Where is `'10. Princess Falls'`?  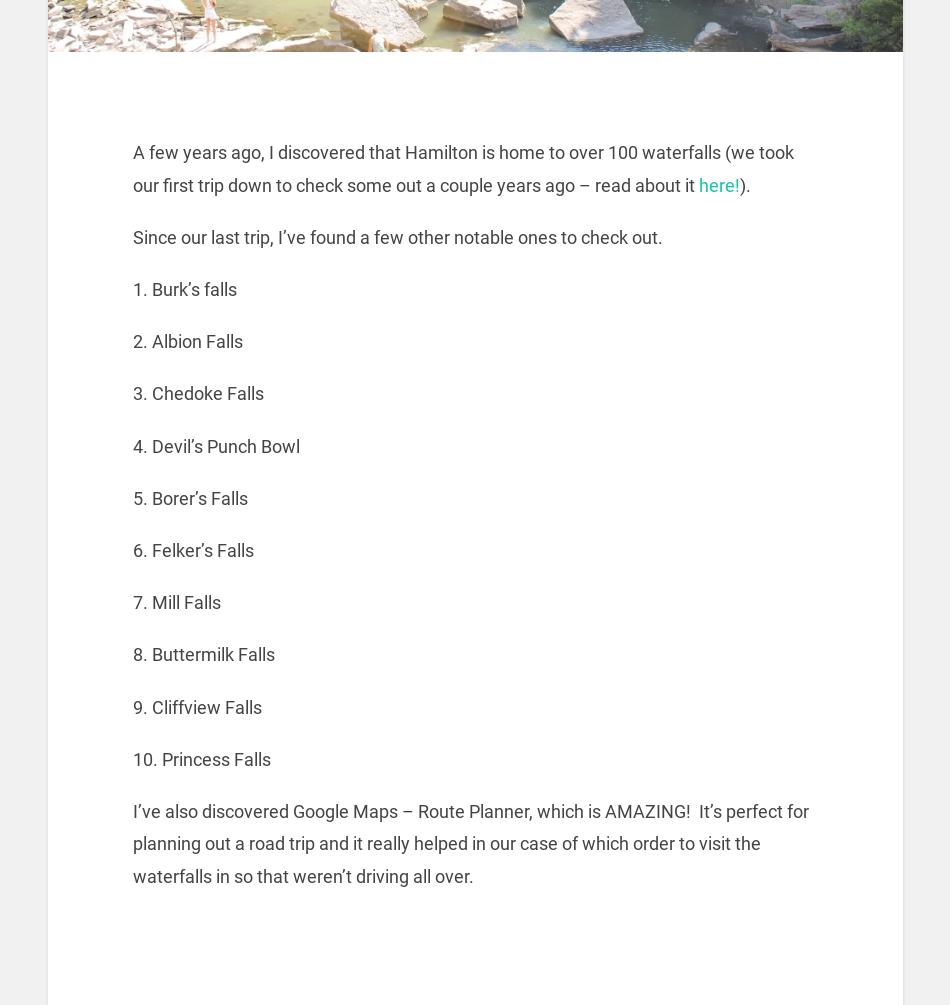 '10. Princess Falls' is located at coordinates (201, 758).